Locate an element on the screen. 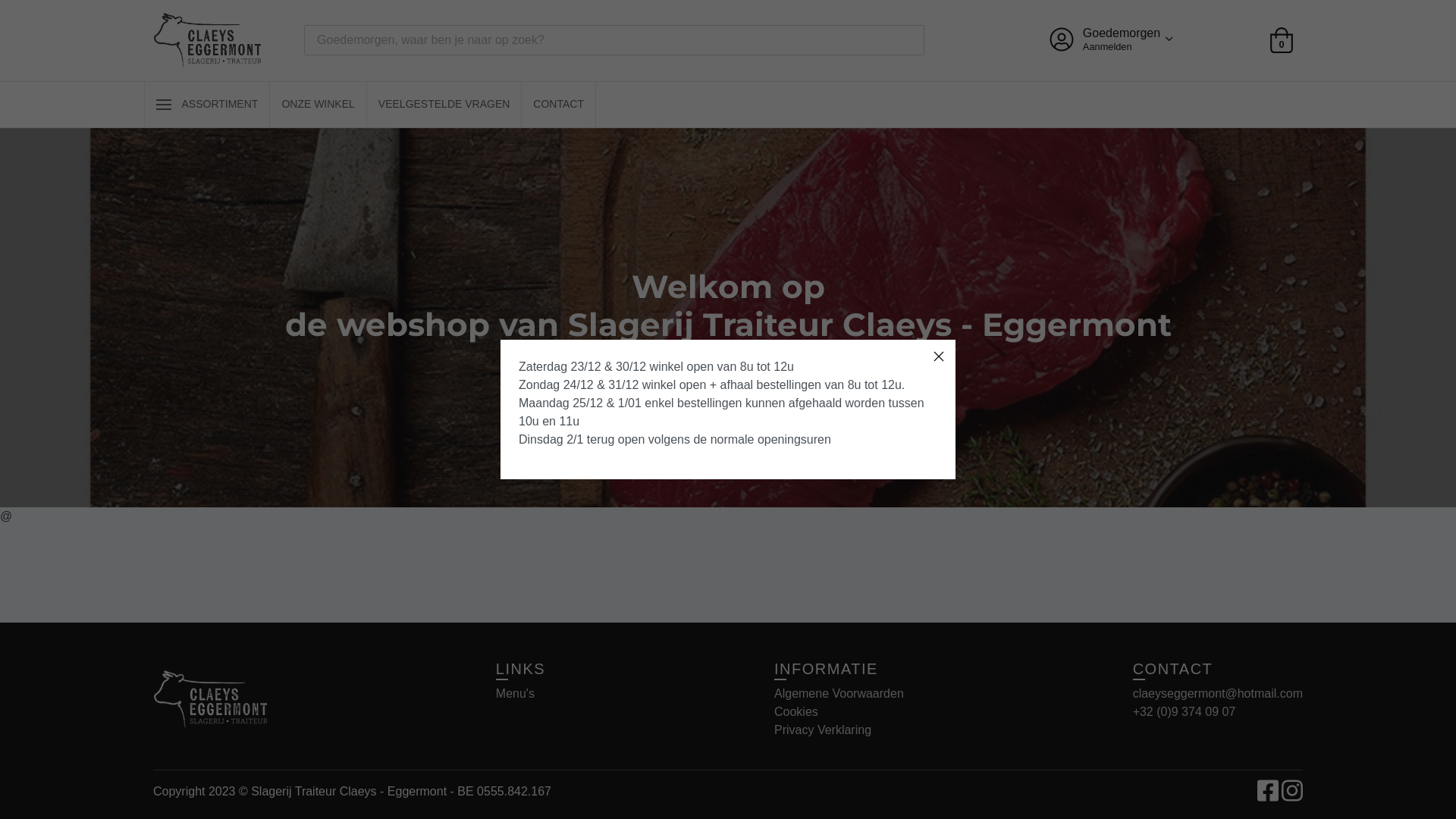 Image resolution: width=1456 pixels, height=819 pixels. 'ASSORTIMENT' is located at coordinates (206, 104).